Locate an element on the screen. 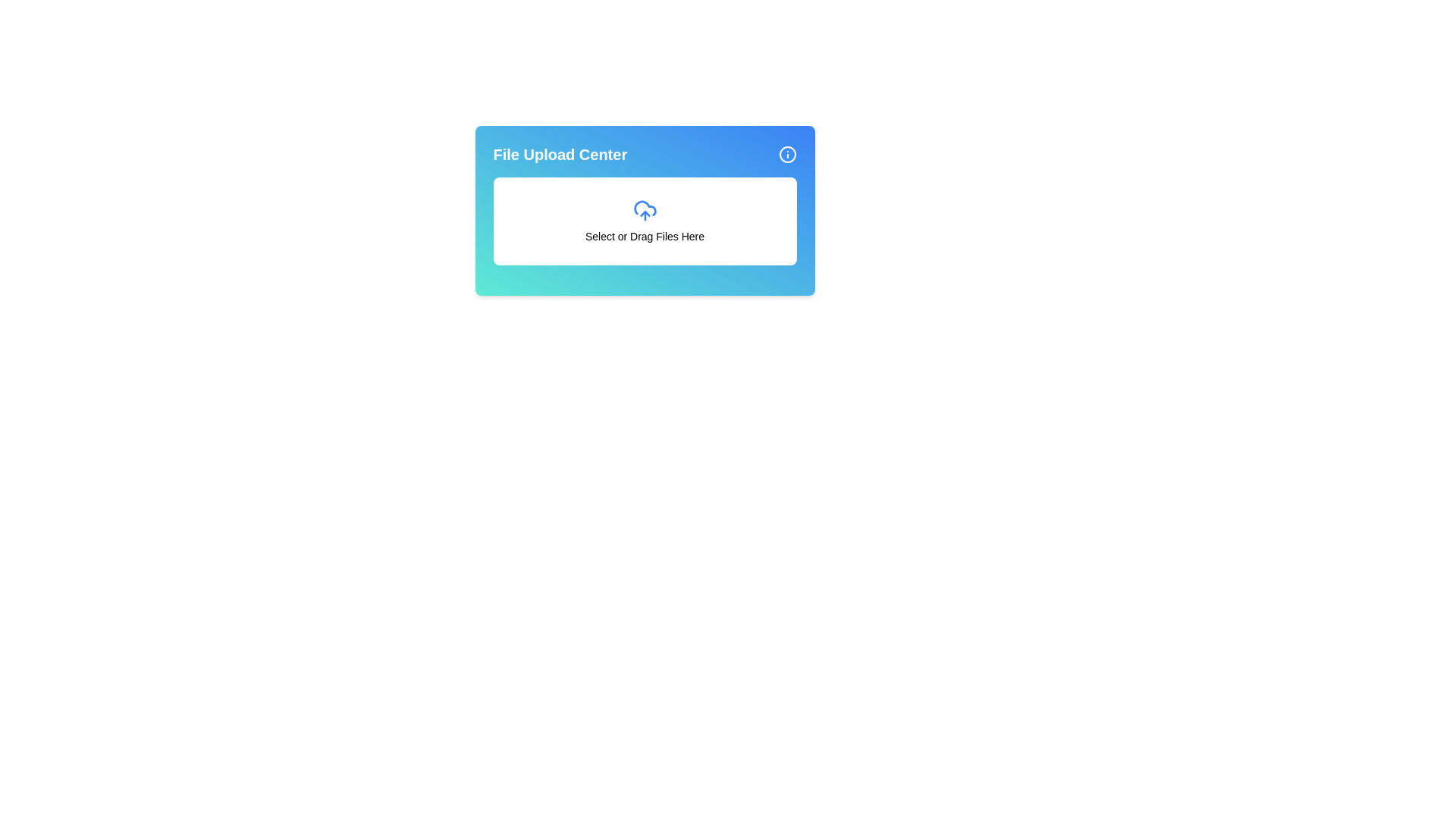 This screenshot has width=1456, height=819. the 'File Upload Center' interface component, which features a gradient background, bold white text, an upload cloud icon, and a text label for file selection is located at coordinates (645, 210).